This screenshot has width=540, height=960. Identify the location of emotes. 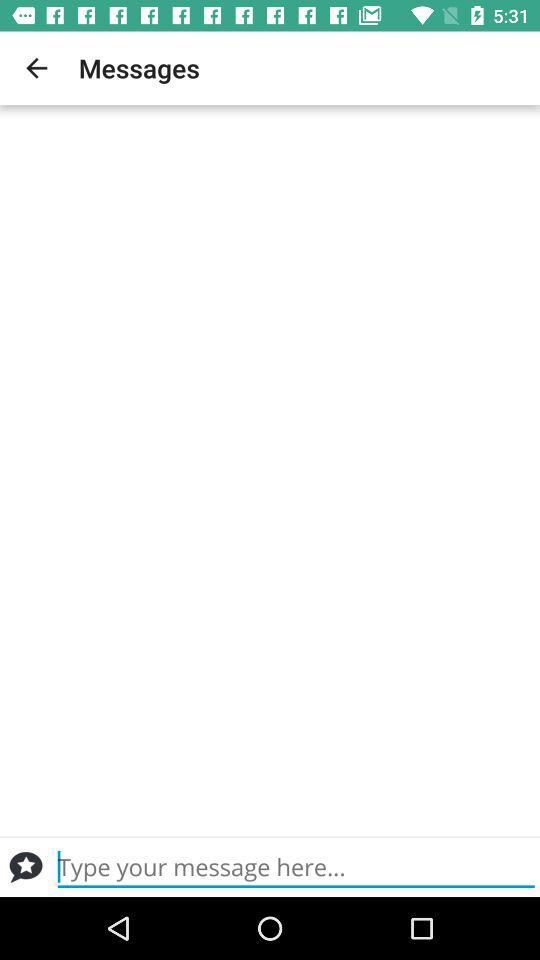
(25, 866).